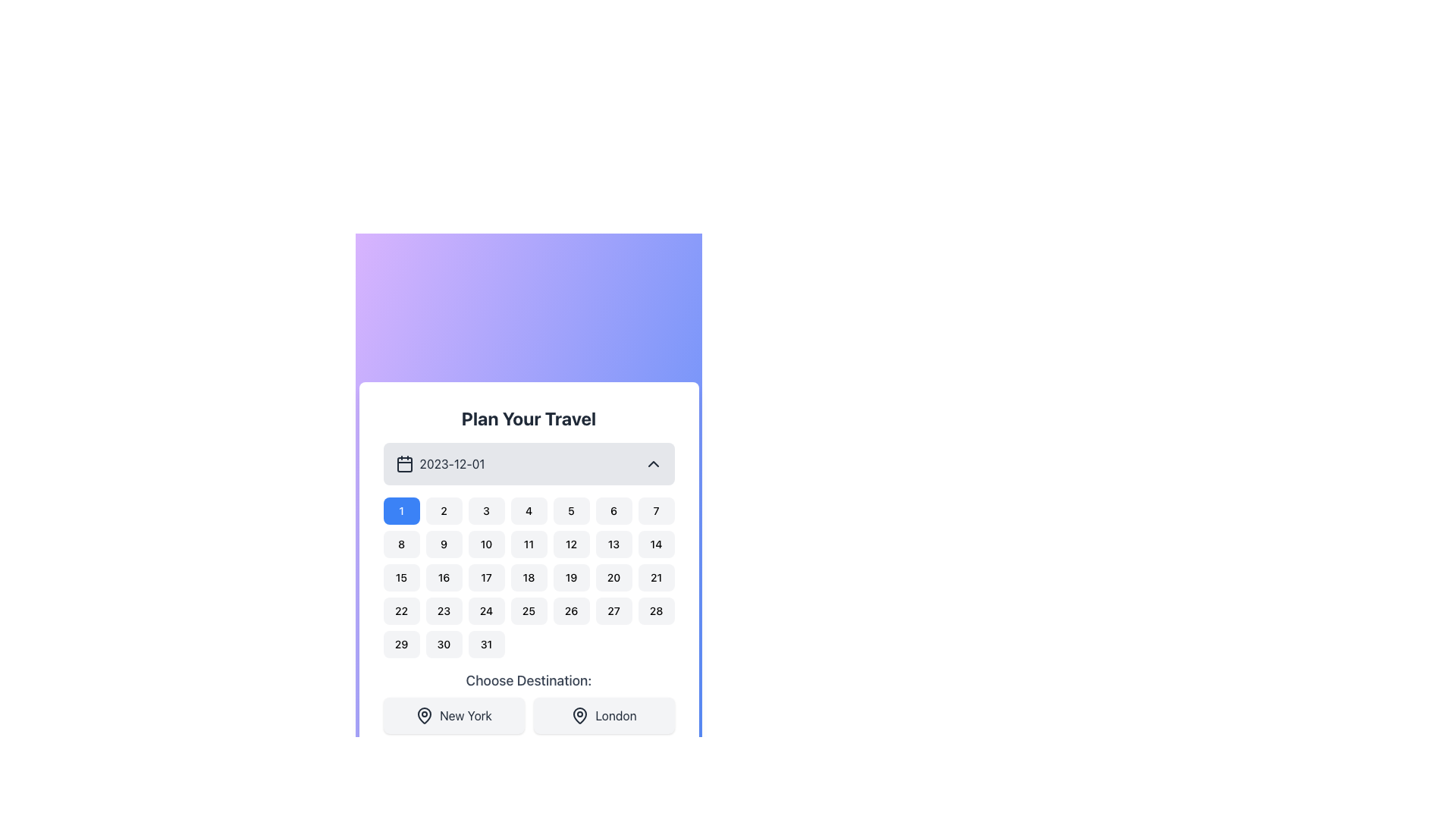 This screenshot has height=819, width=1456. I want to click on the rounded rectangular button with the number '27' in a black font to trigger the hover effect, so click(613, 610).